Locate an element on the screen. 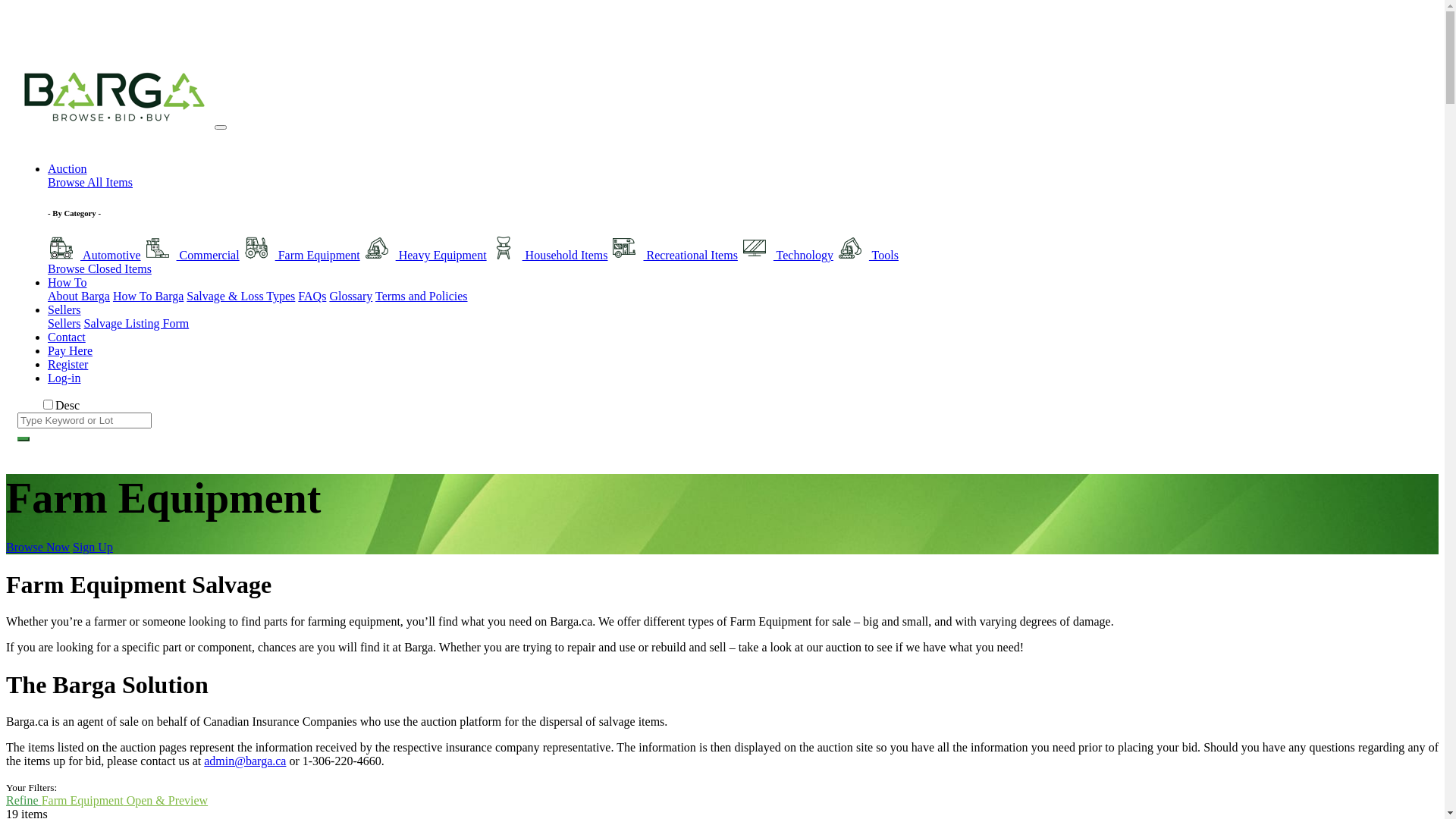 The image size is (1456, 819). 'Tools' is located at coordinates (867, 254).